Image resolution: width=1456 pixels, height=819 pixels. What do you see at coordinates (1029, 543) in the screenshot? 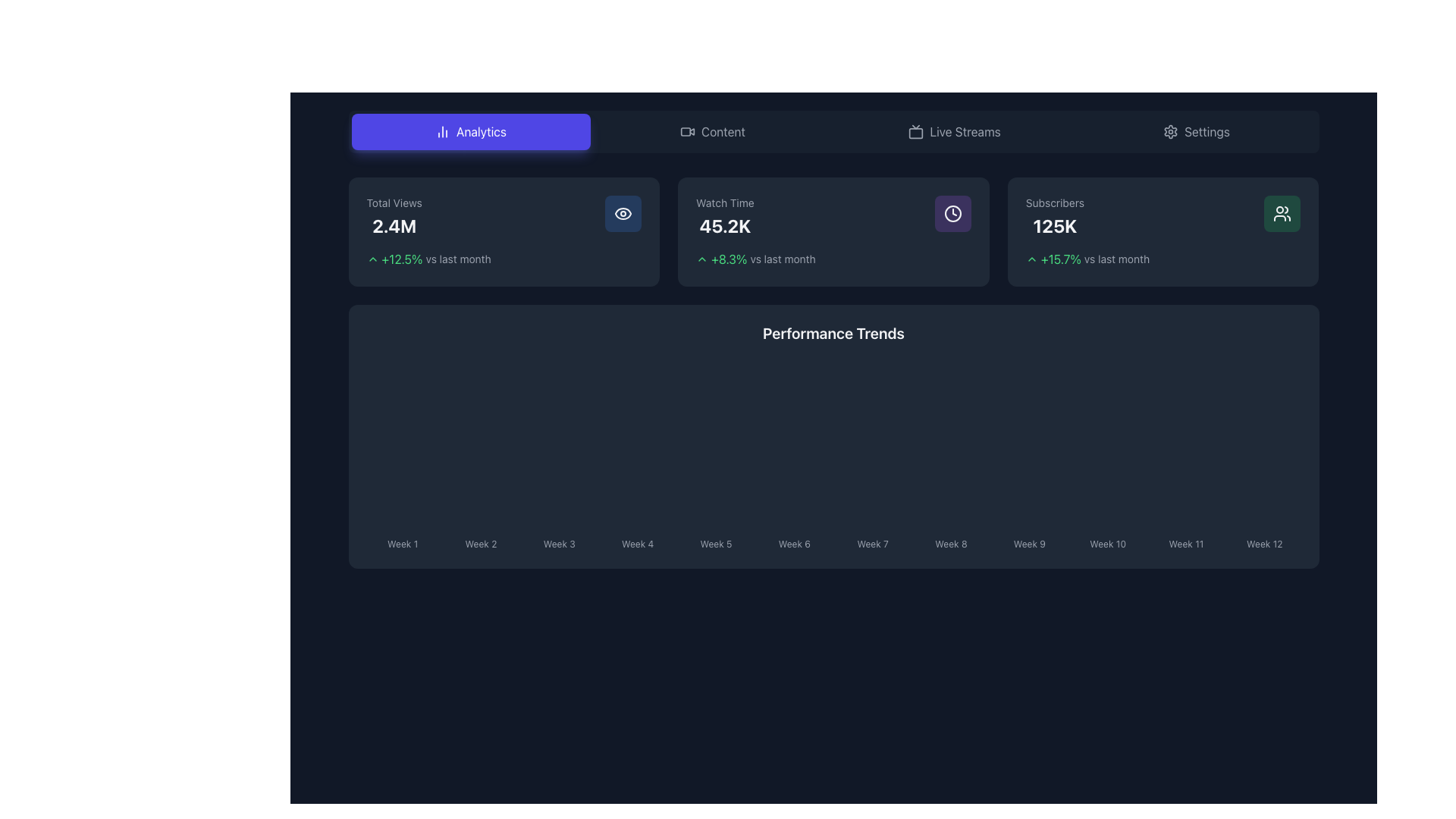
I see `the text label displaying 'Week 9', which is styled with a small font size and muted gray color, located under the 'Performance Trends' chart` at bounding box center [1029, 543].